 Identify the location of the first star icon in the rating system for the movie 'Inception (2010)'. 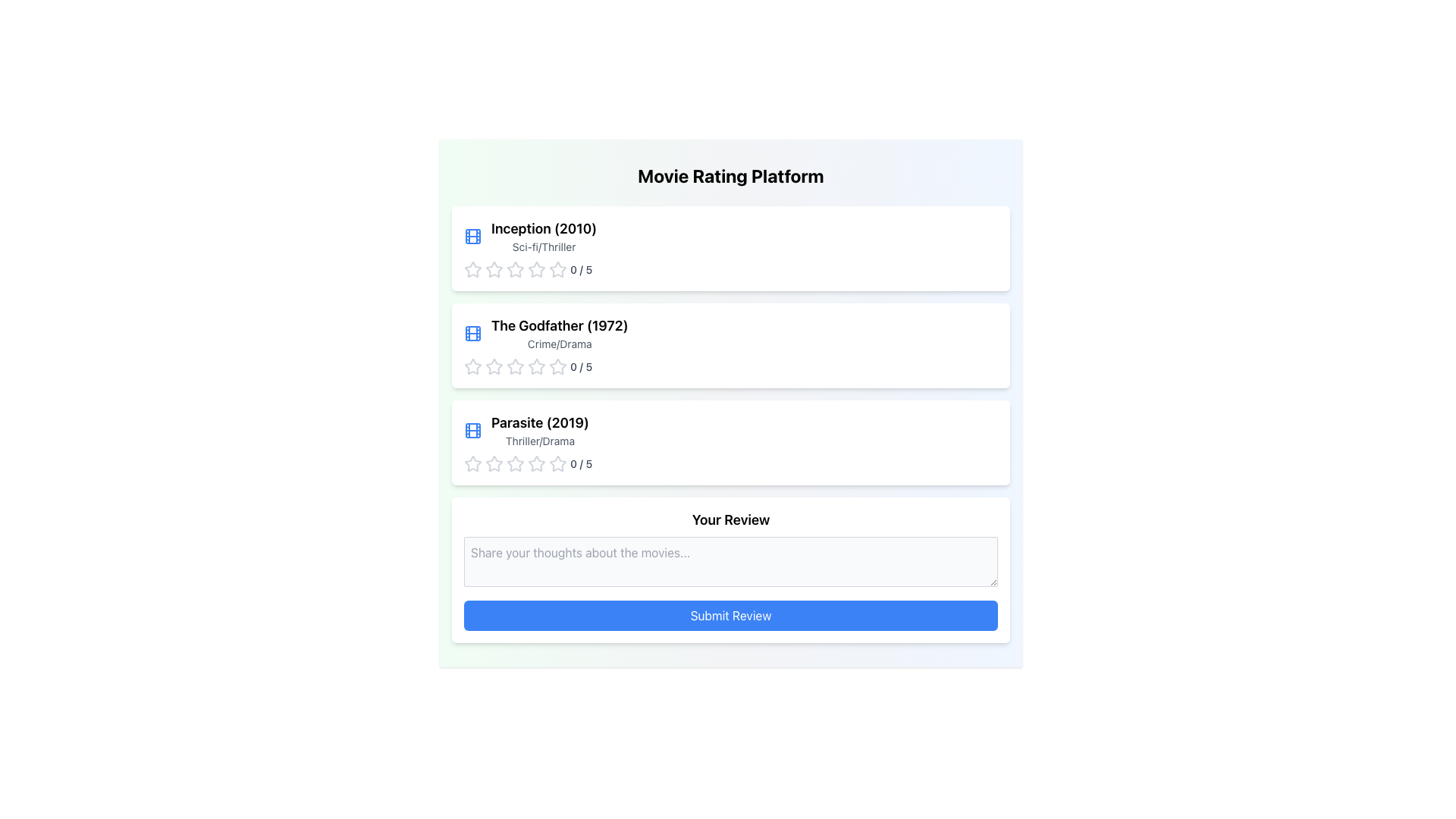
(494, 268).